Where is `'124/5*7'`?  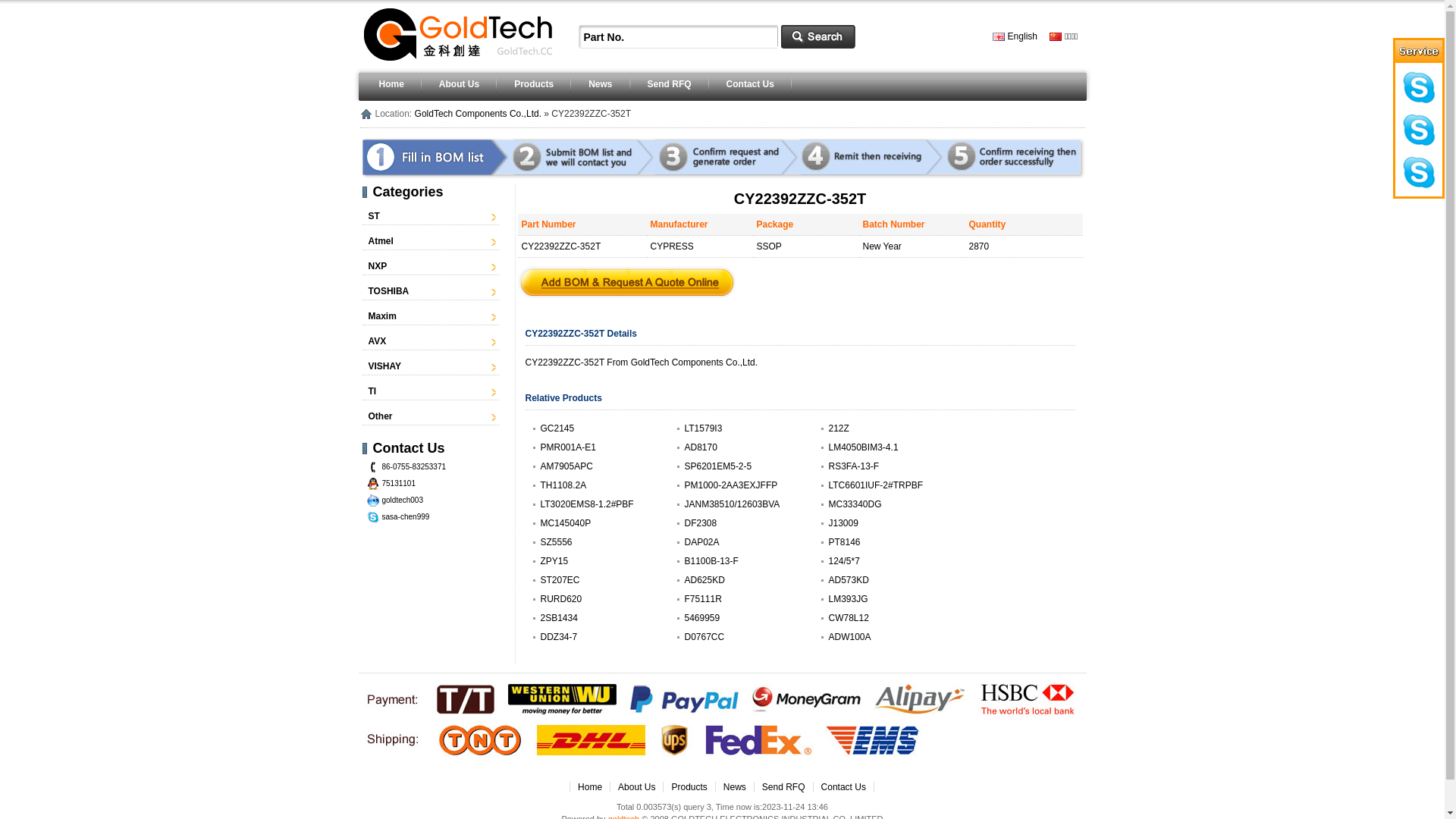 '124/5*7' is located at coordinates (827, 561).